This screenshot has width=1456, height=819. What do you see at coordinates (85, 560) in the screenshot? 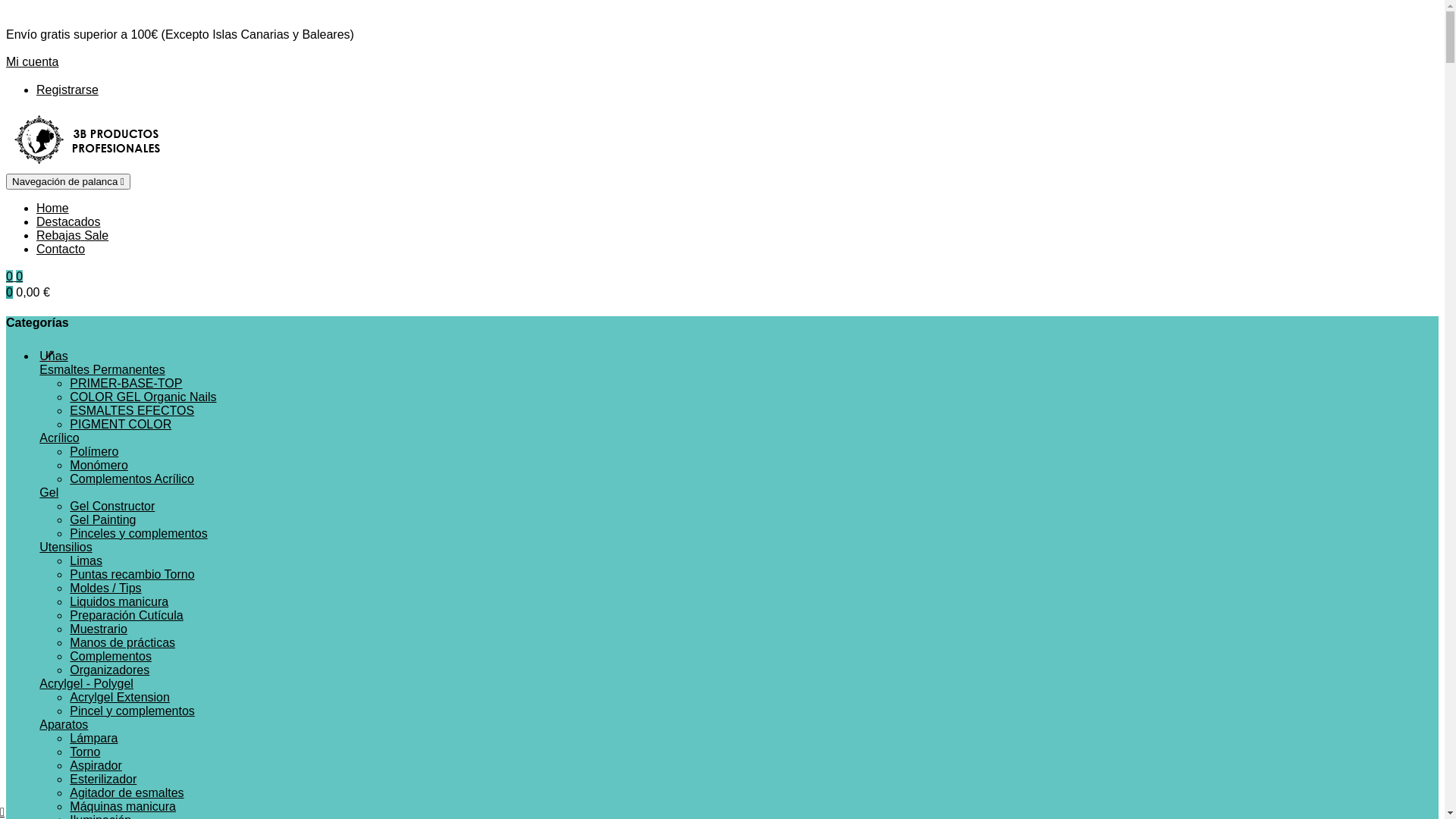
I see `'Limas'` at bounding box center [85, 560].